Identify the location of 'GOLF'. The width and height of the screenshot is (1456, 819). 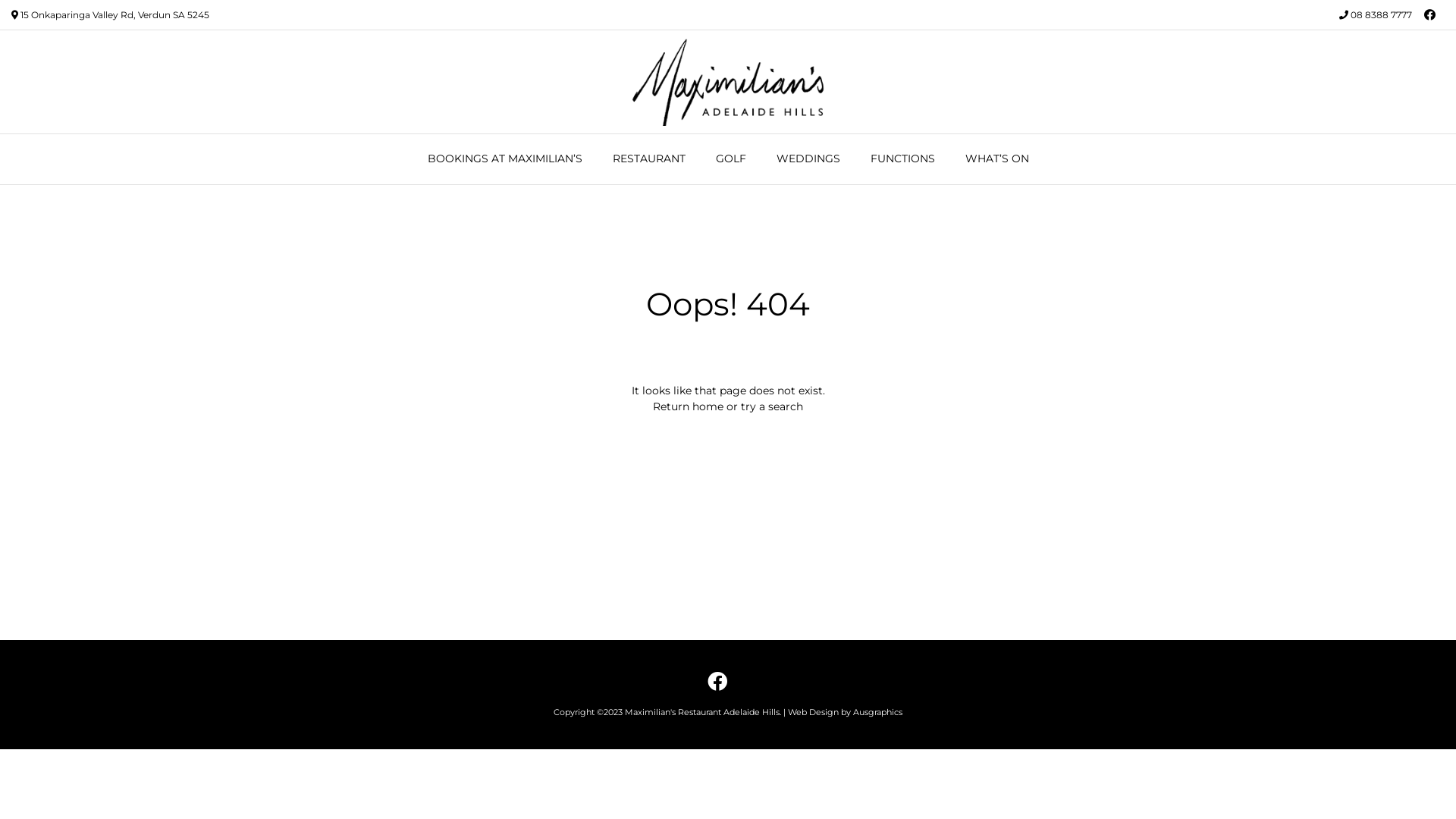
(731, 158).